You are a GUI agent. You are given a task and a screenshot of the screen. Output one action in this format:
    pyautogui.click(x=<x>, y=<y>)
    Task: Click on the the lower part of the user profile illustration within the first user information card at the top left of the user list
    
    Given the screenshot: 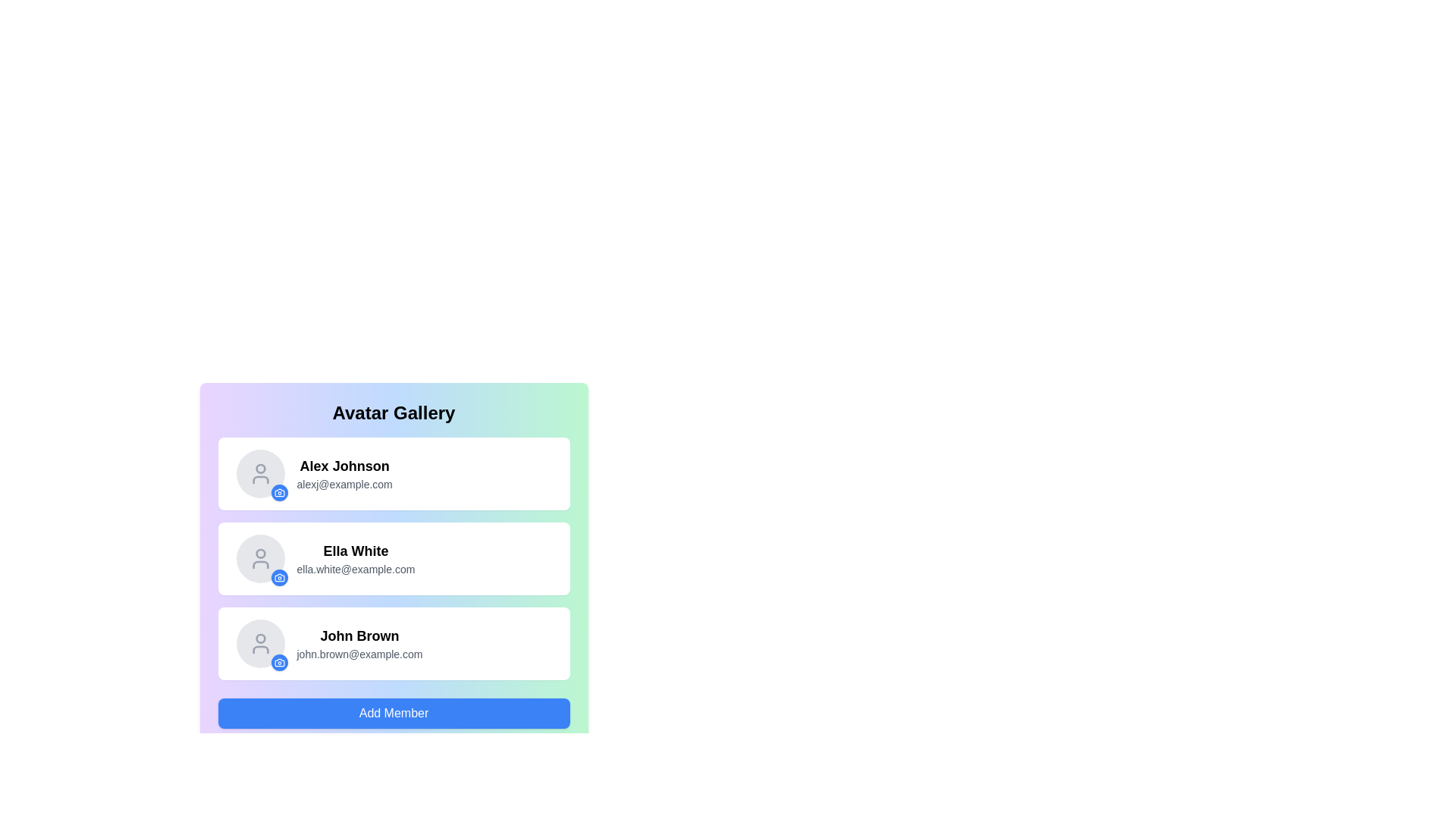 What is the action you would take?
    pyautogui.click(x=260, y=479)
    